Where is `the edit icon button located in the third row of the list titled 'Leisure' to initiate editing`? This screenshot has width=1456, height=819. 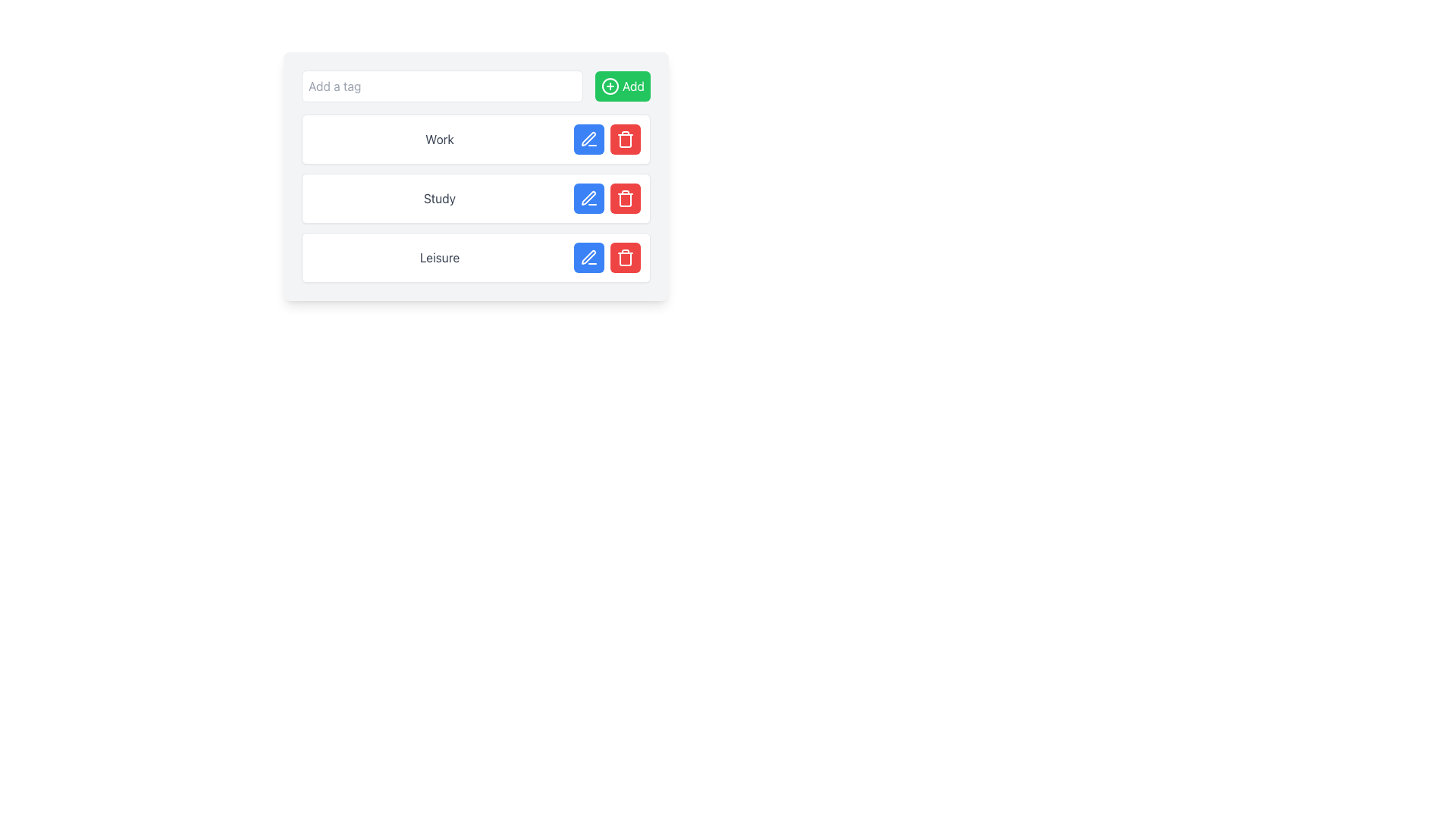
the edit icon button located in the third row of the list titled 'Leisure' to initiate editing is located at coordinates (588, 256).